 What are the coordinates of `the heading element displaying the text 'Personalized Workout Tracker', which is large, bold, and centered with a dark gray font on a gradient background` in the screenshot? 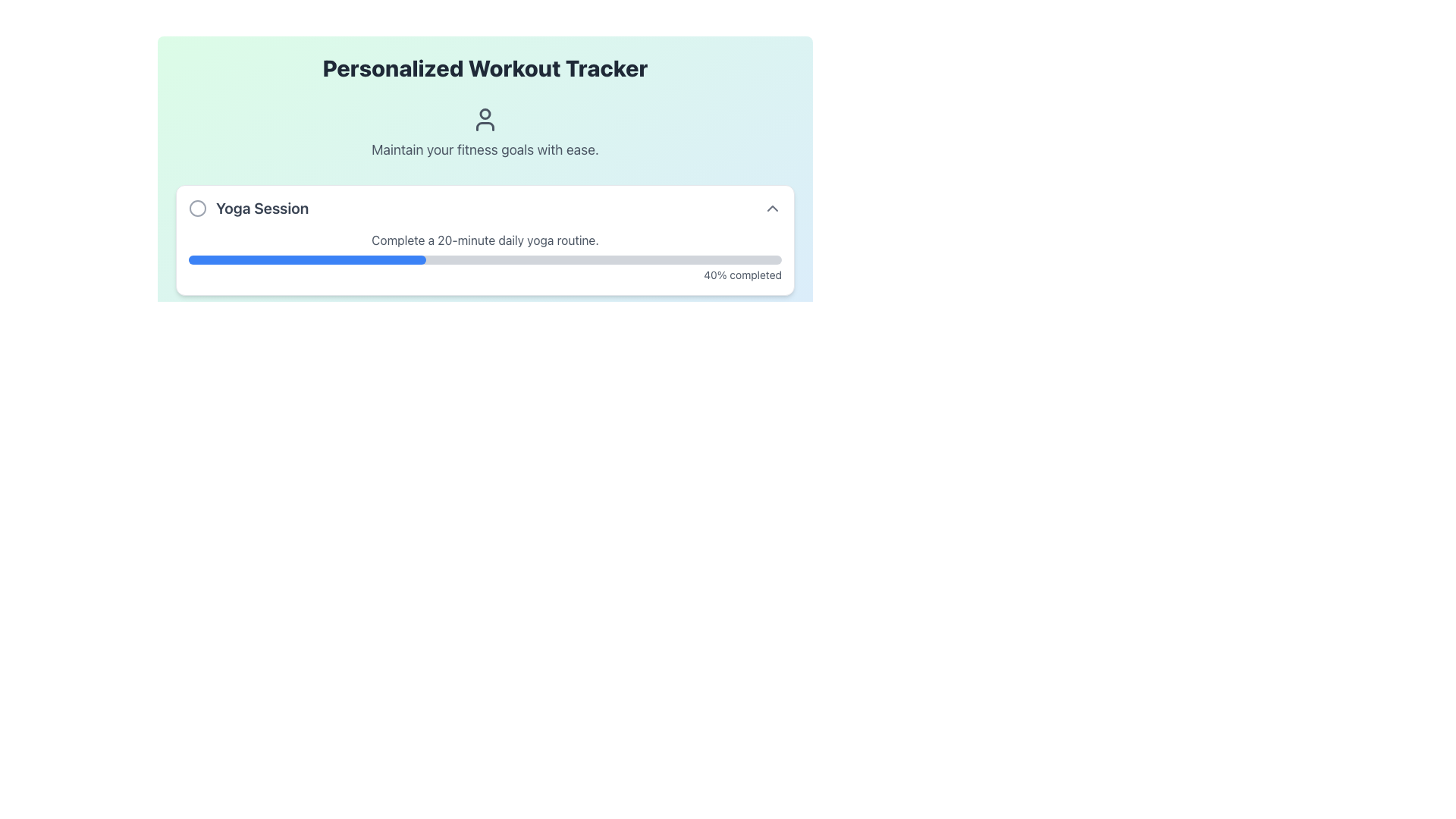 It's located at (484, 67).